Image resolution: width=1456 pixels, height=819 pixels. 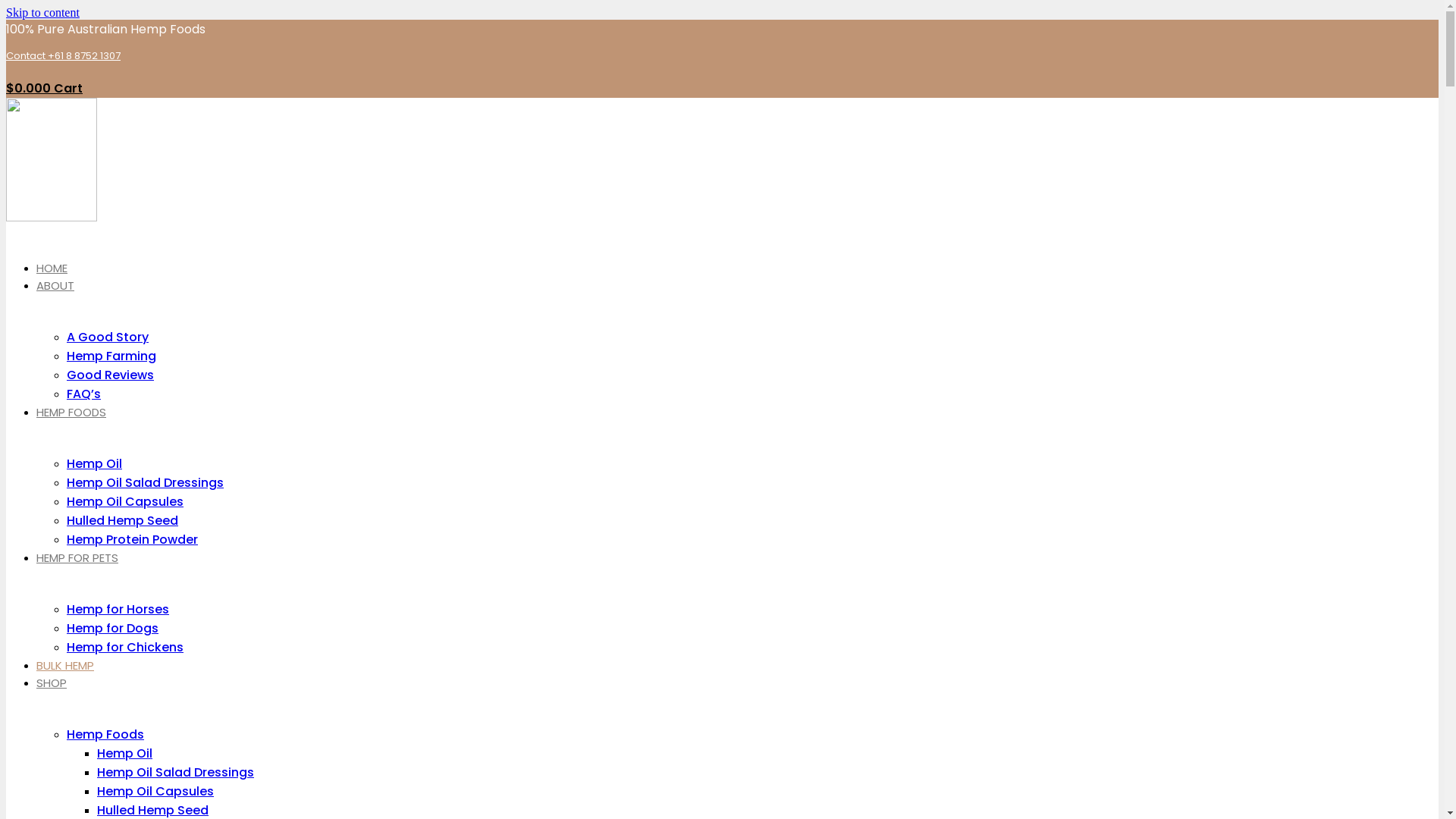 What do you see at coordinates (107, 336) in the screenshot?
I see `'A Good Story'` at bounding box center [107, 336].